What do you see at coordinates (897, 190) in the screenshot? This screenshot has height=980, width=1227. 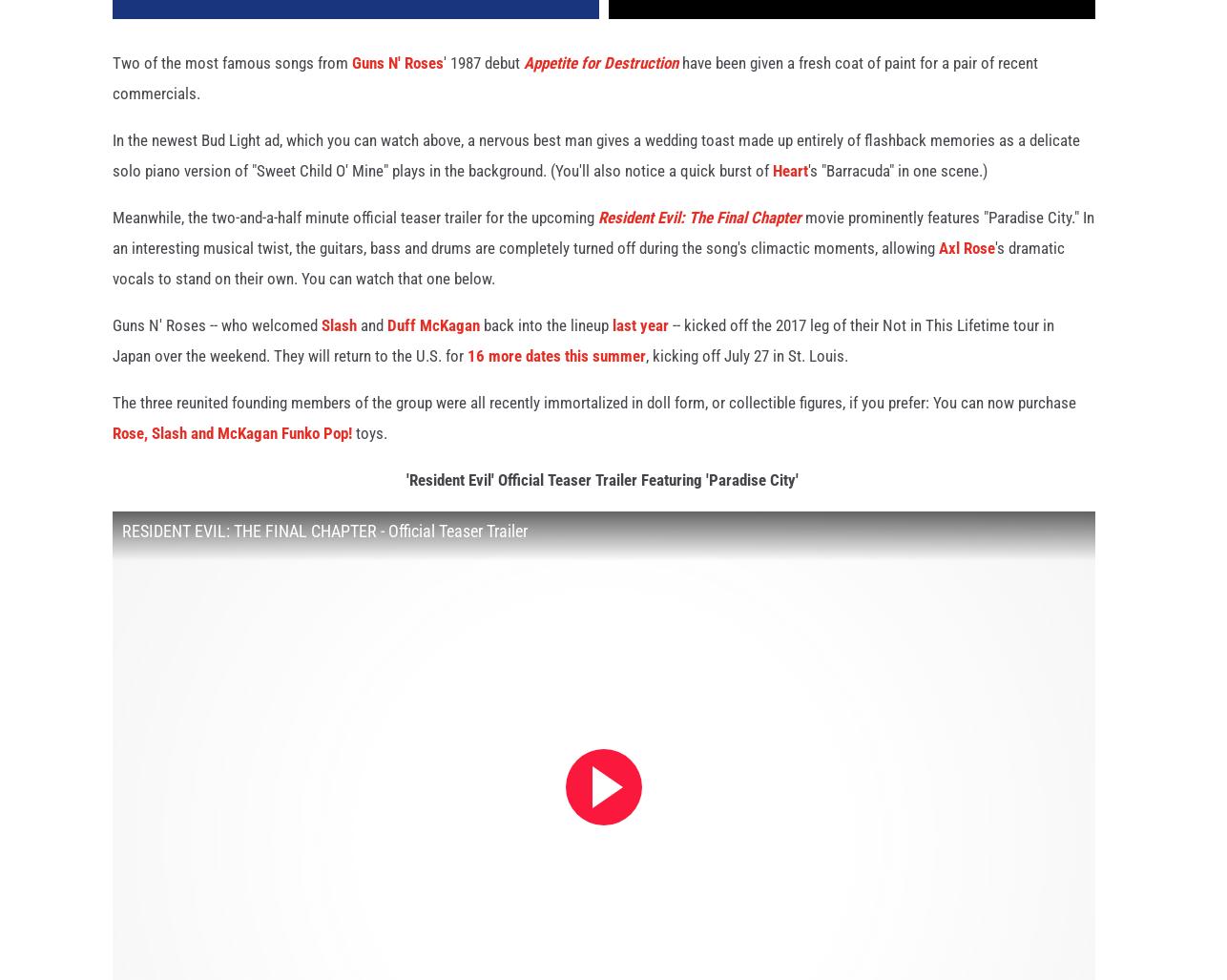 I see `''s "Barracuda" in one scene.)'` at bounding box center [897, 190].